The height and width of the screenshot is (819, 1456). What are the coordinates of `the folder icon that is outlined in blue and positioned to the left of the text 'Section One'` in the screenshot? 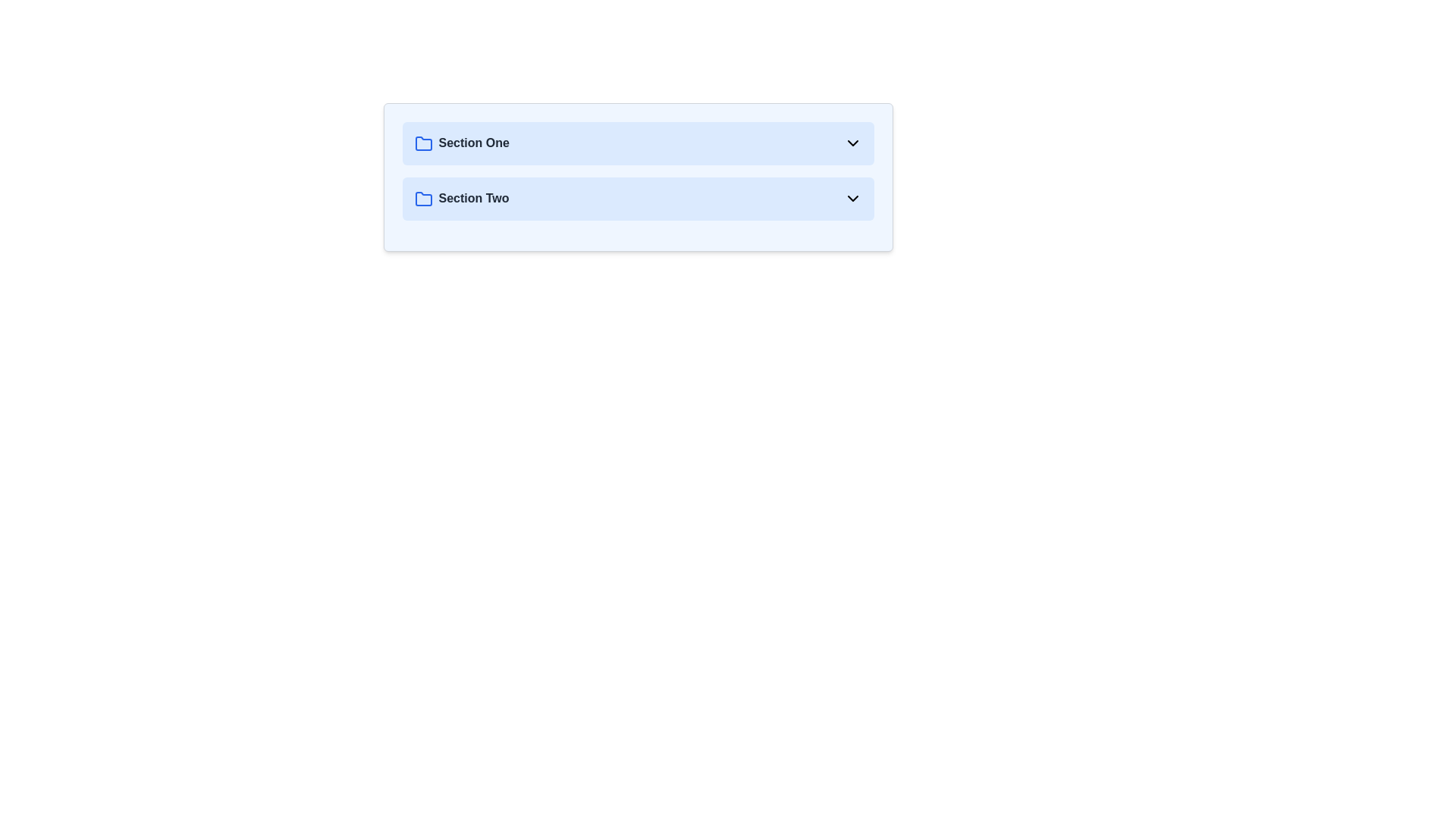 It's located at (423, 143).